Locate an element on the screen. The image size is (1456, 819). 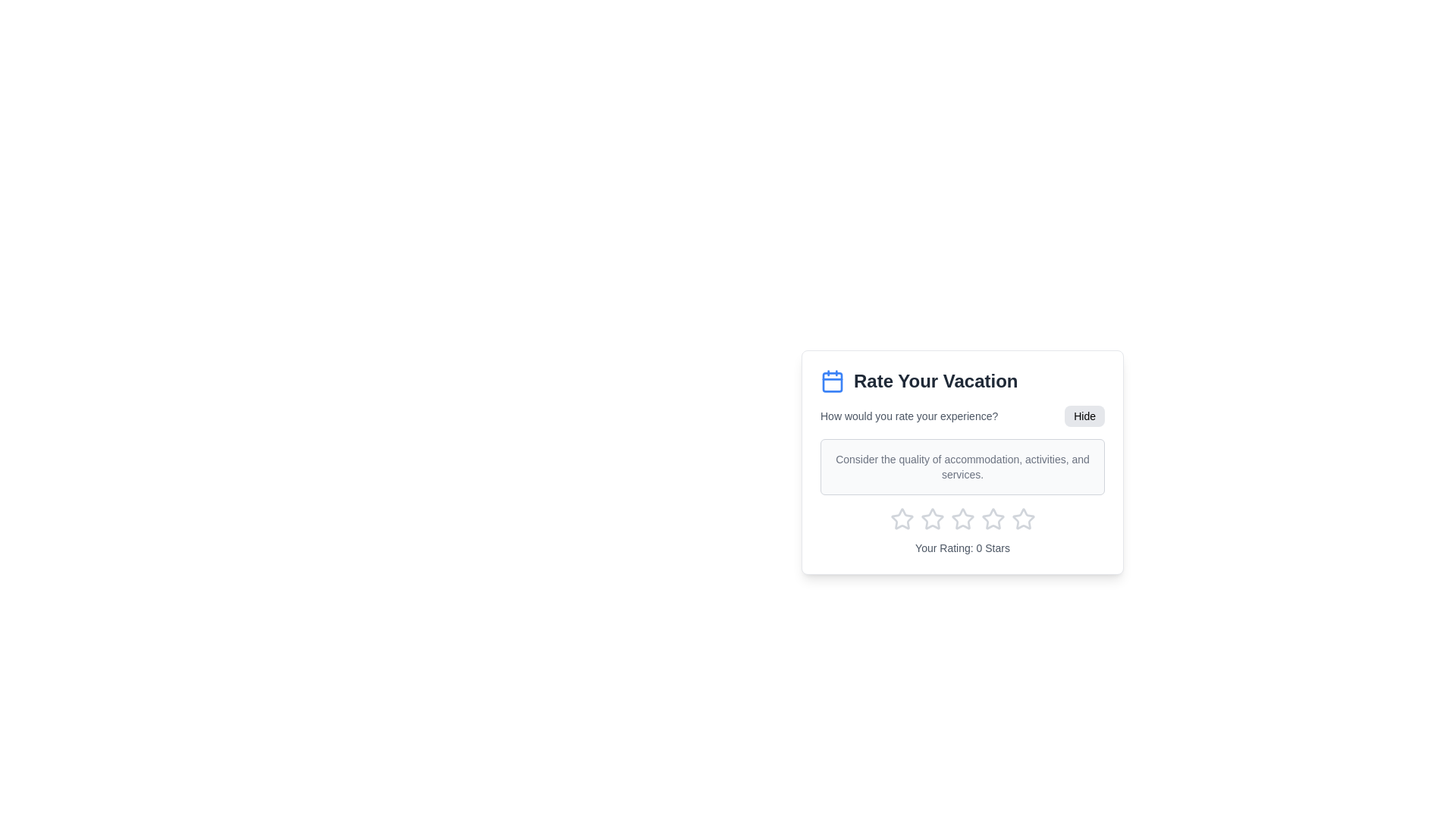
the main body of the calendar icon, which is represented by the decorative graphic located before the 'Rate Your Vacation' title is located at coordinates (832, 381).